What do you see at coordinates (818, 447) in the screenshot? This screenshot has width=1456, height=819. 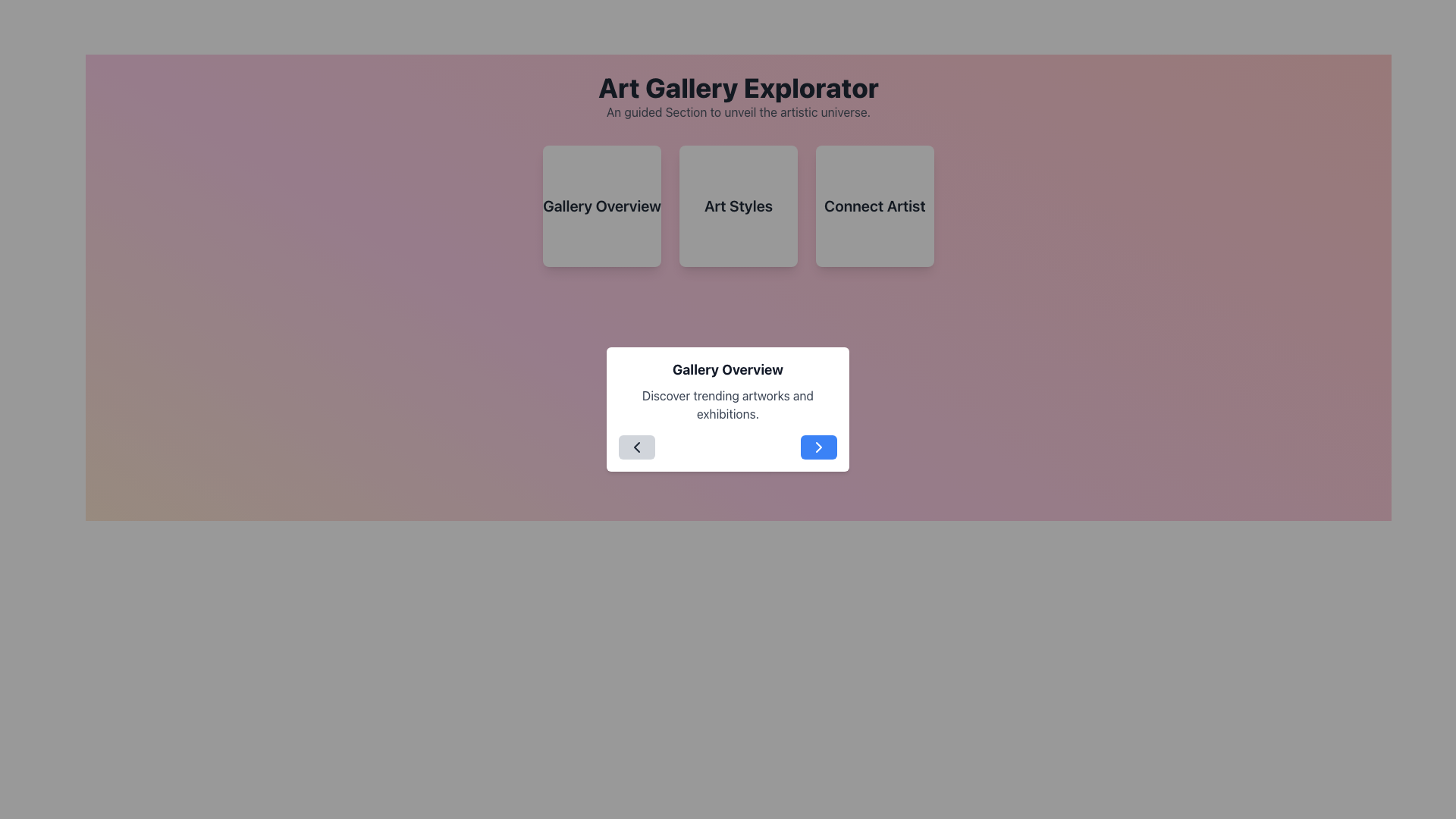 I see `the blue rectangular button with a rightward-pointing chevron icon located at the bottom right of the white popup box` at bounding box center [818, 447].